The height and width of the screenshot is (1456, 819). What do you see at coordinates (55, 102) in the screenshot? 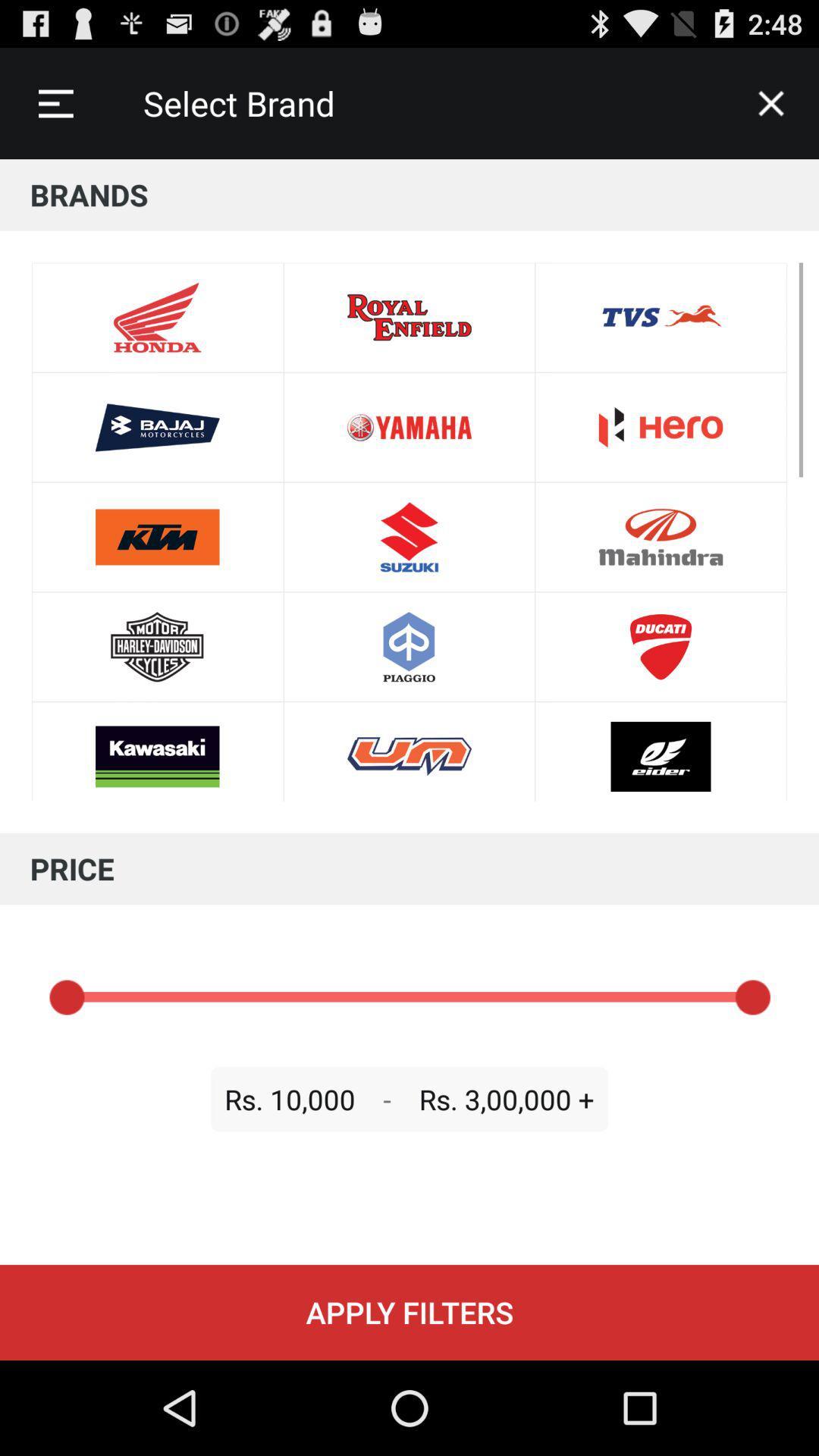
I see `the item above brands item` at bounding box center [55, 102].